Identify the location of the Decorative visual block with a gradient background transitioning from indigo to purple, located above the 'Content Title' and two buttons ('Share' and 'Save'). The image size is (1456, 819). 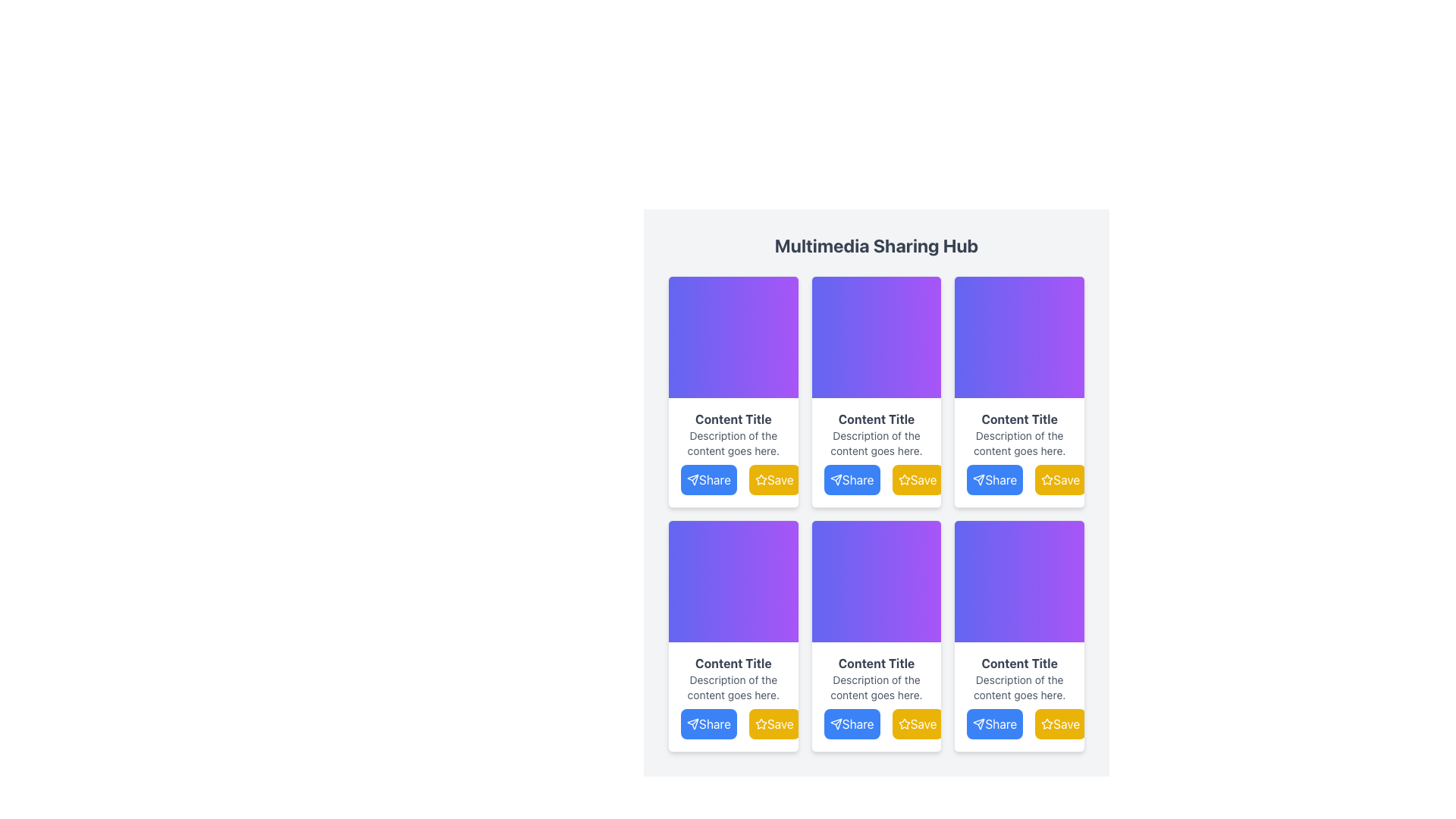
(877, 336).